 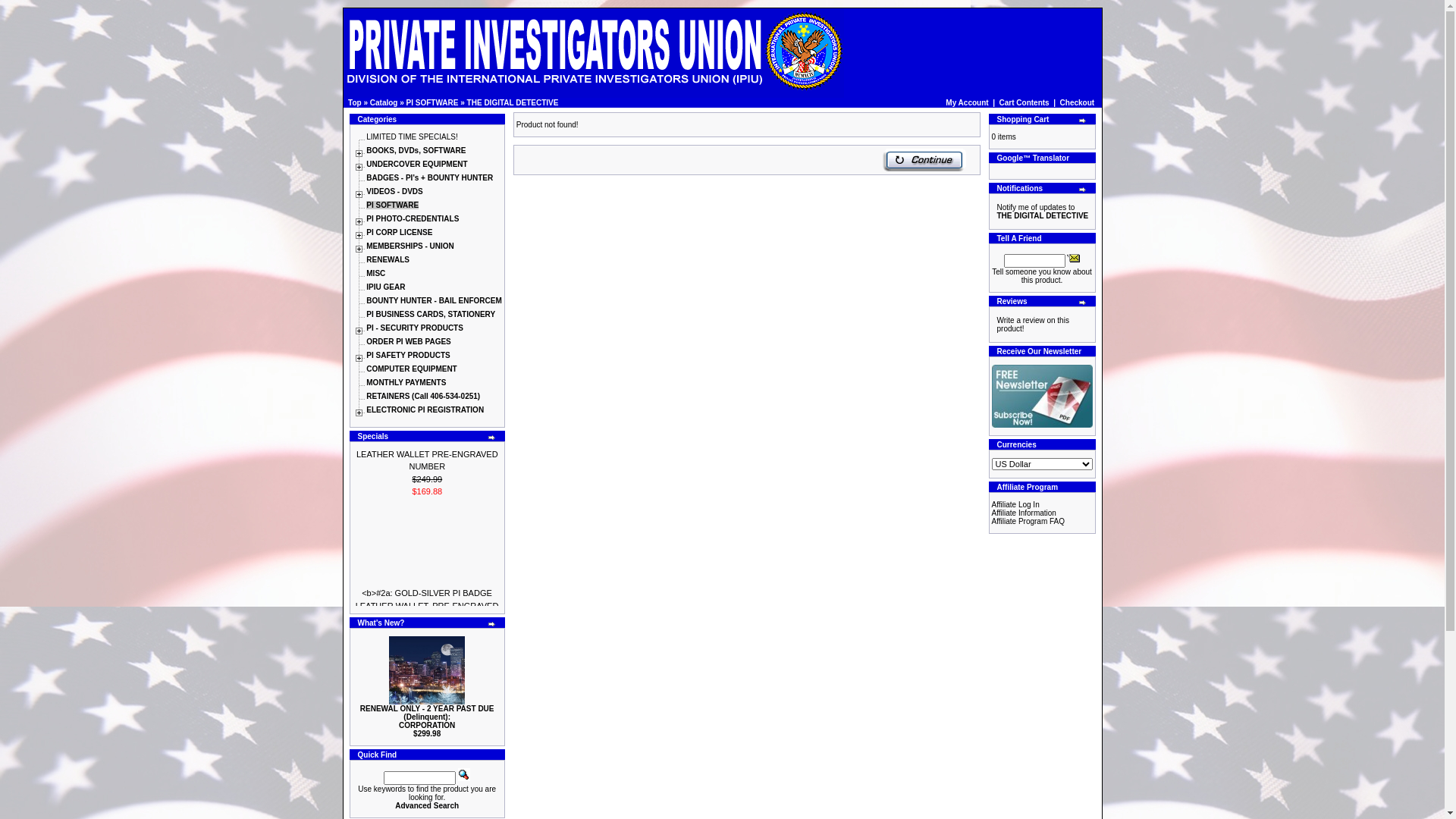 What do you see at coordinates (1065, 256) in the screenshot?
I see `' Tell A Friend '` at bounding box center [1065, 256].